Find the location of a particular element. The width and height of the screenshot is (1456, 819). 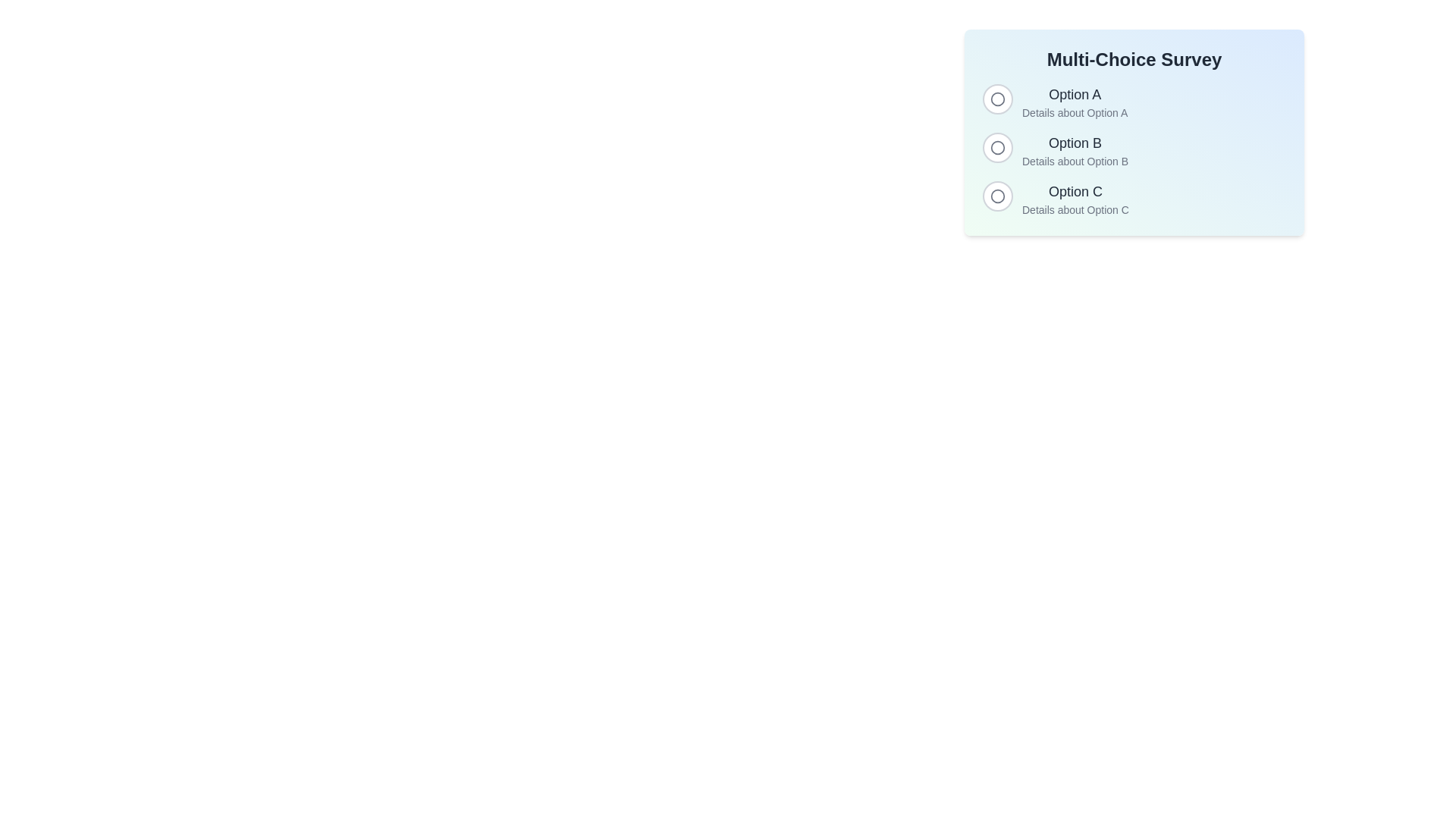

the non-interactive header text that introduces the multi-choice survey form located at the top of a blue-white gradient background is located at coordinates (1134, 58).